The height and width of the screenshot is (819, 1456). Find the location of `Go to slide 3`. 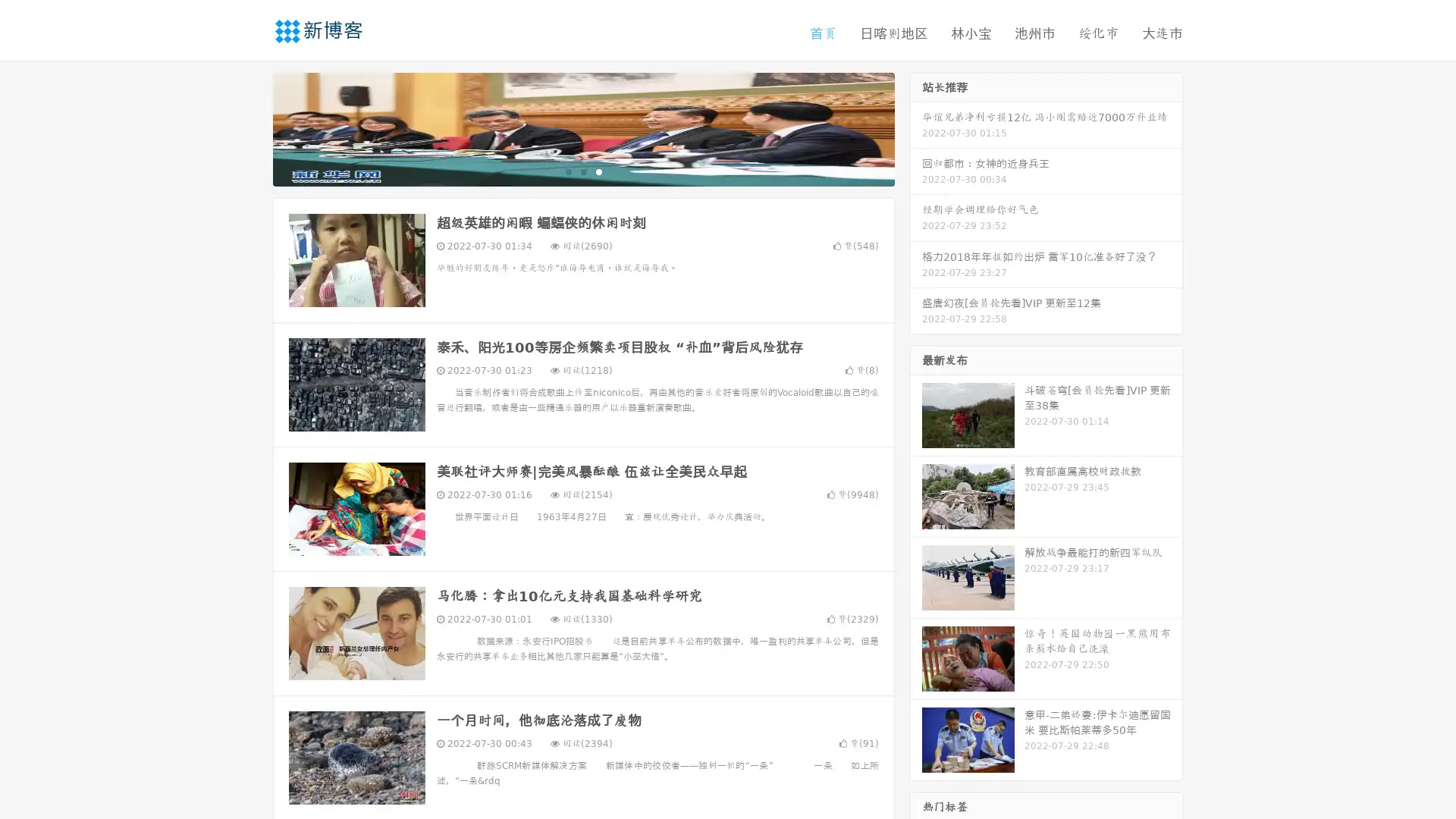

Go to slide 3 is located at coordinates (598, 171).